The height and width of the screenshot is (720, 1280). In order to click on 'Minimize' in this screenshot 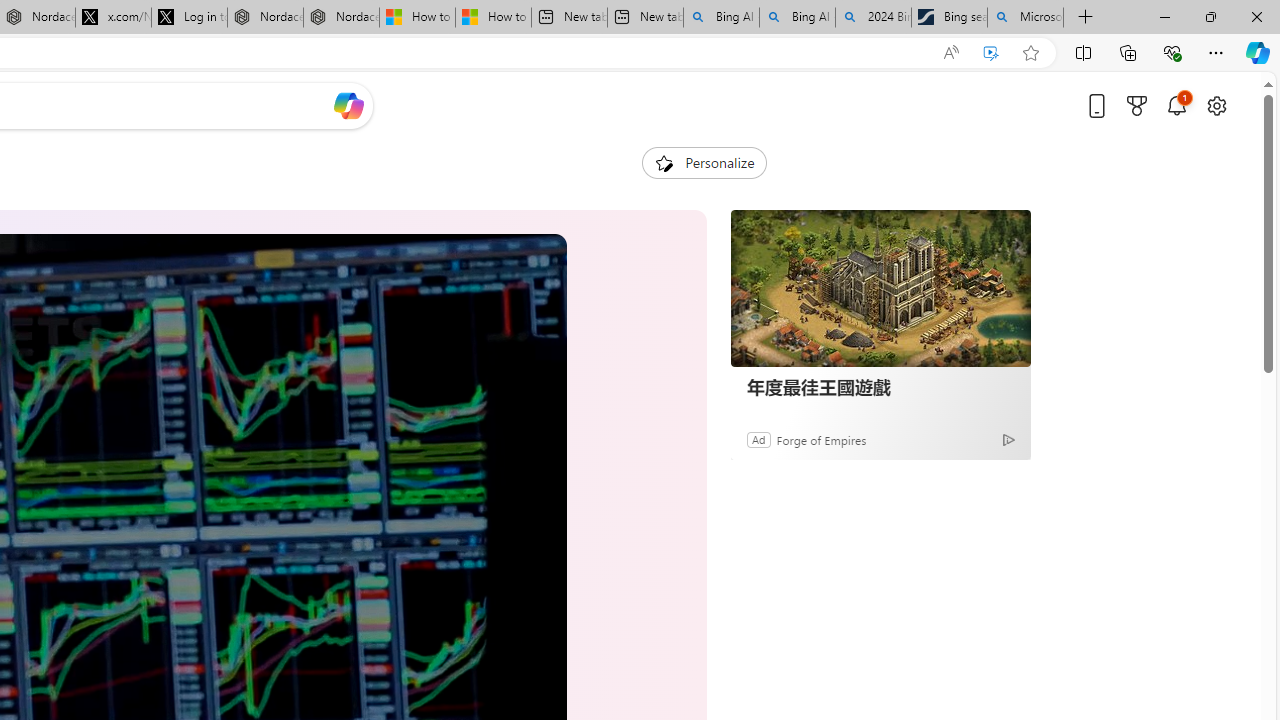, I will do `click(1164, 16)`.